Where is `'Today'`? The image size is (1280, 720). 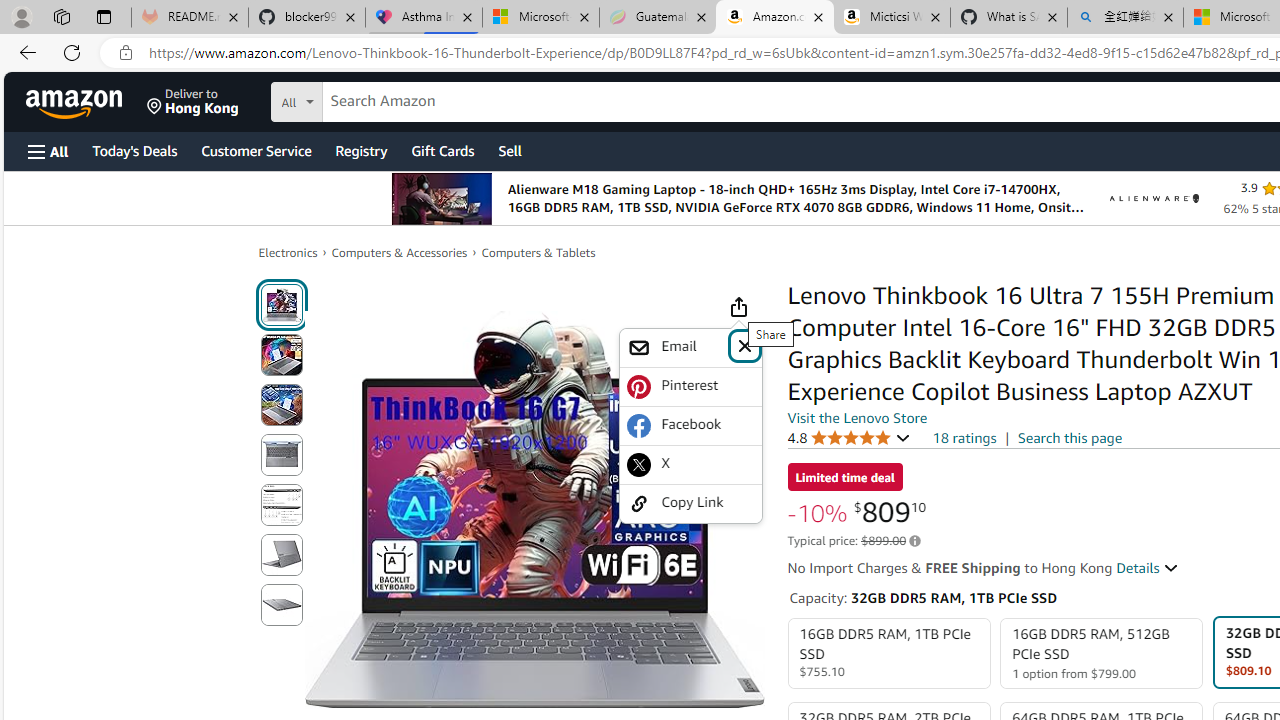
'Today' is located at coordinates (133, 149).